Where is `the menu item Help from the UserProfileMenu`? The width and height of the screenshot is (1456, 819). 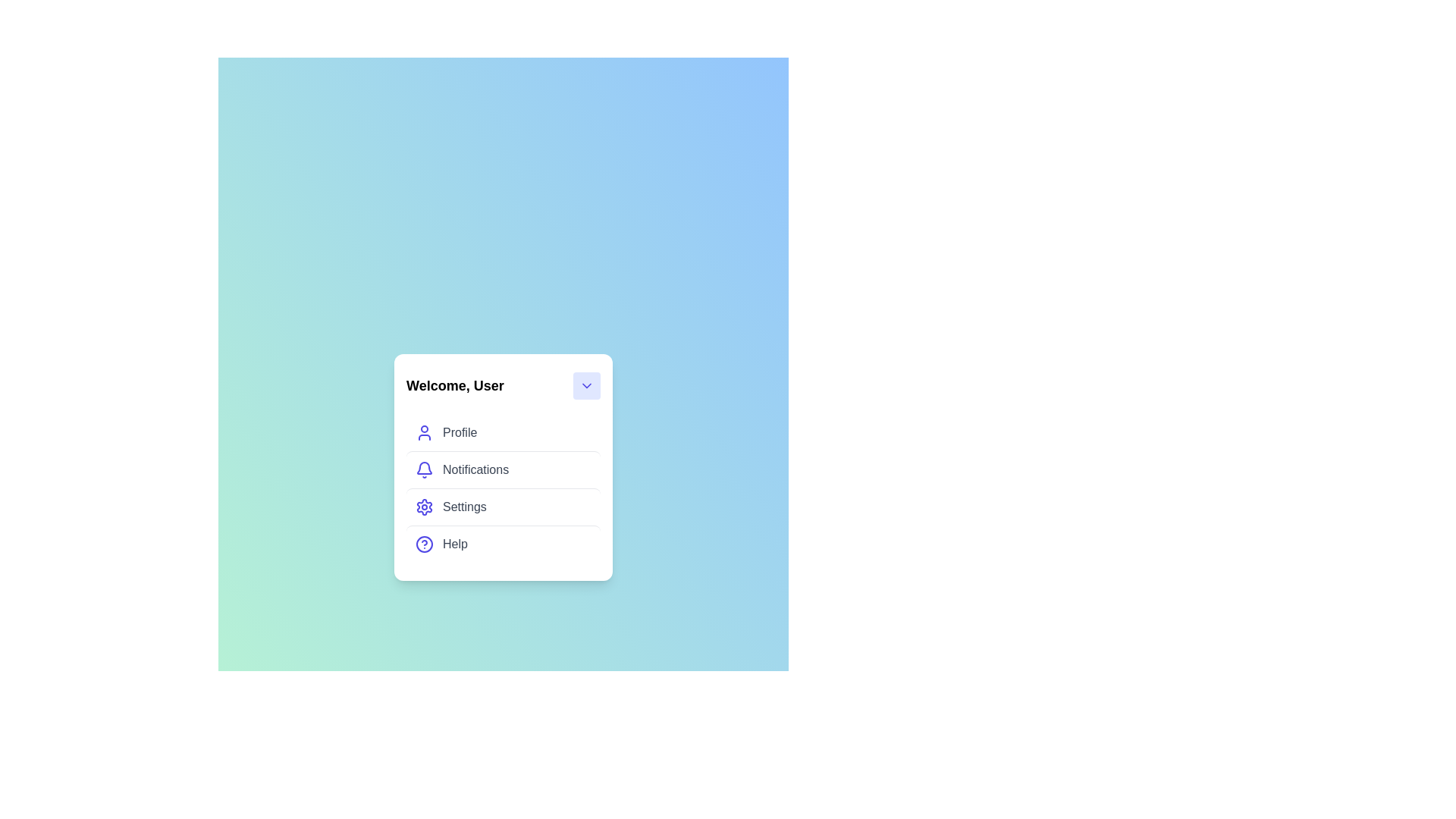 the menu item Help from the UserProfileMenu is located at coordinates (503, 543).